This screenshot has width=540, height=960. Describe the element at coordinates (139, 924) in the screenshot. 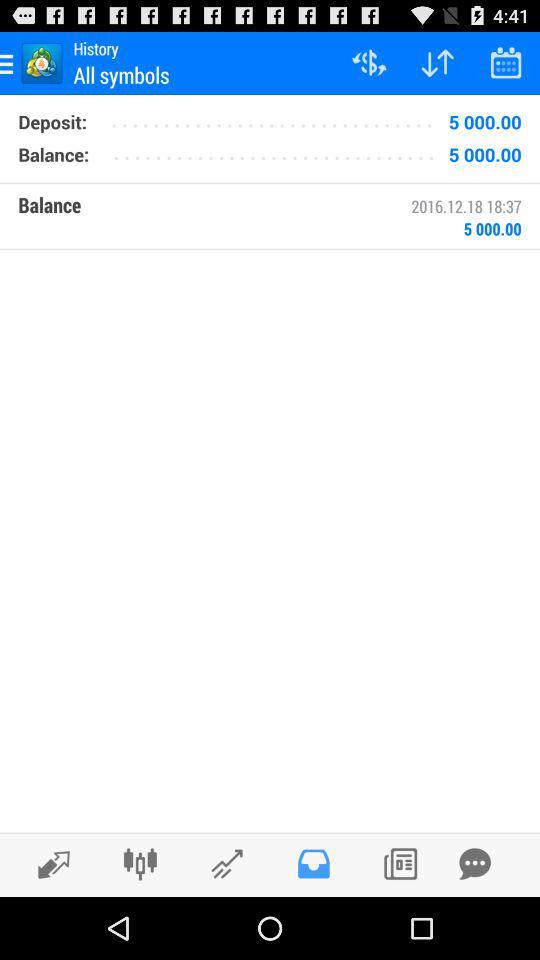

I see `the sliders icon` at that location.